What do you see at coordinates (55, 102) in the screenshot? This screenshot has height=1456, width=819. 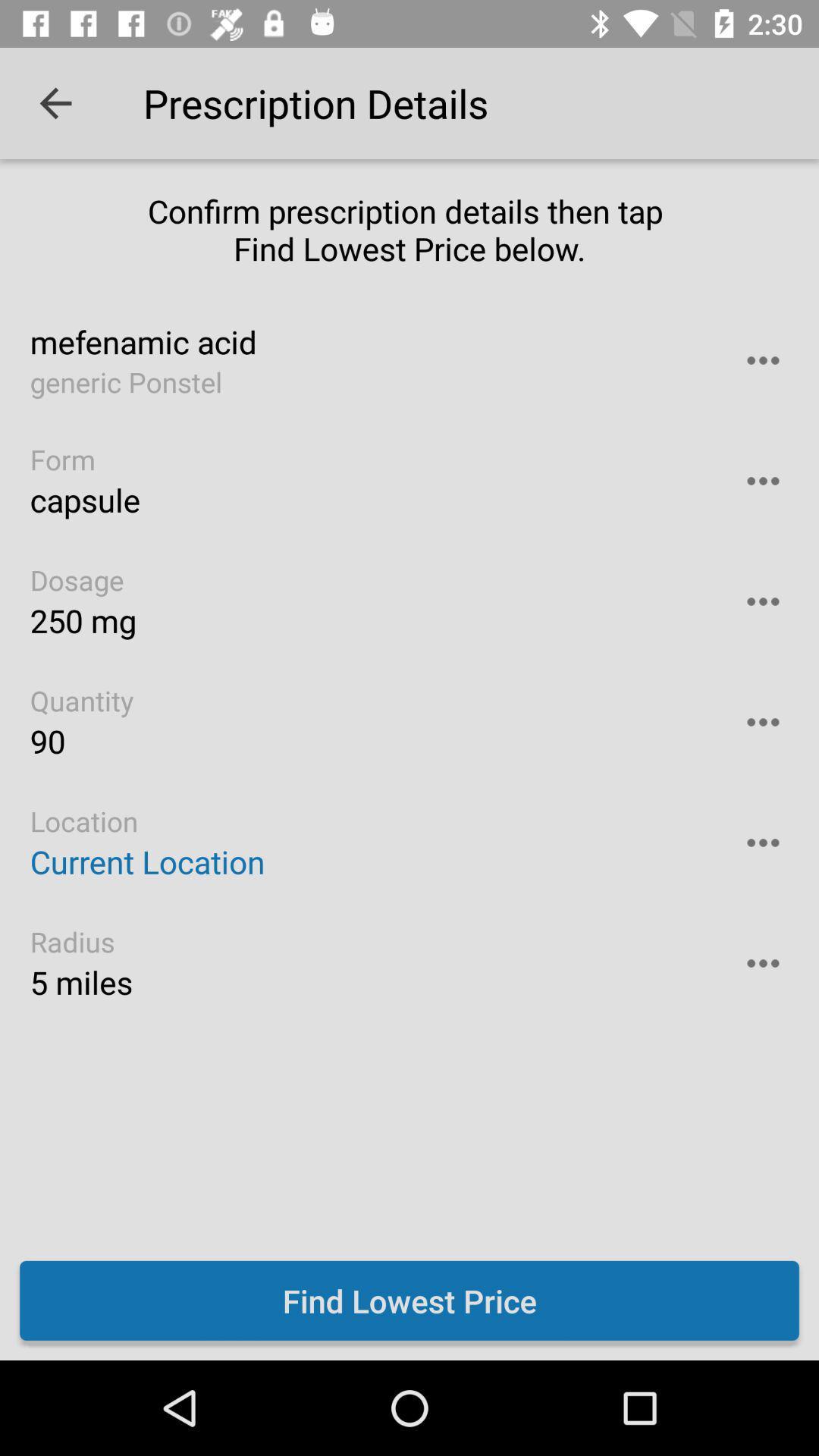 I see `item above confirm prescription details` at bounding box center [55, 102].